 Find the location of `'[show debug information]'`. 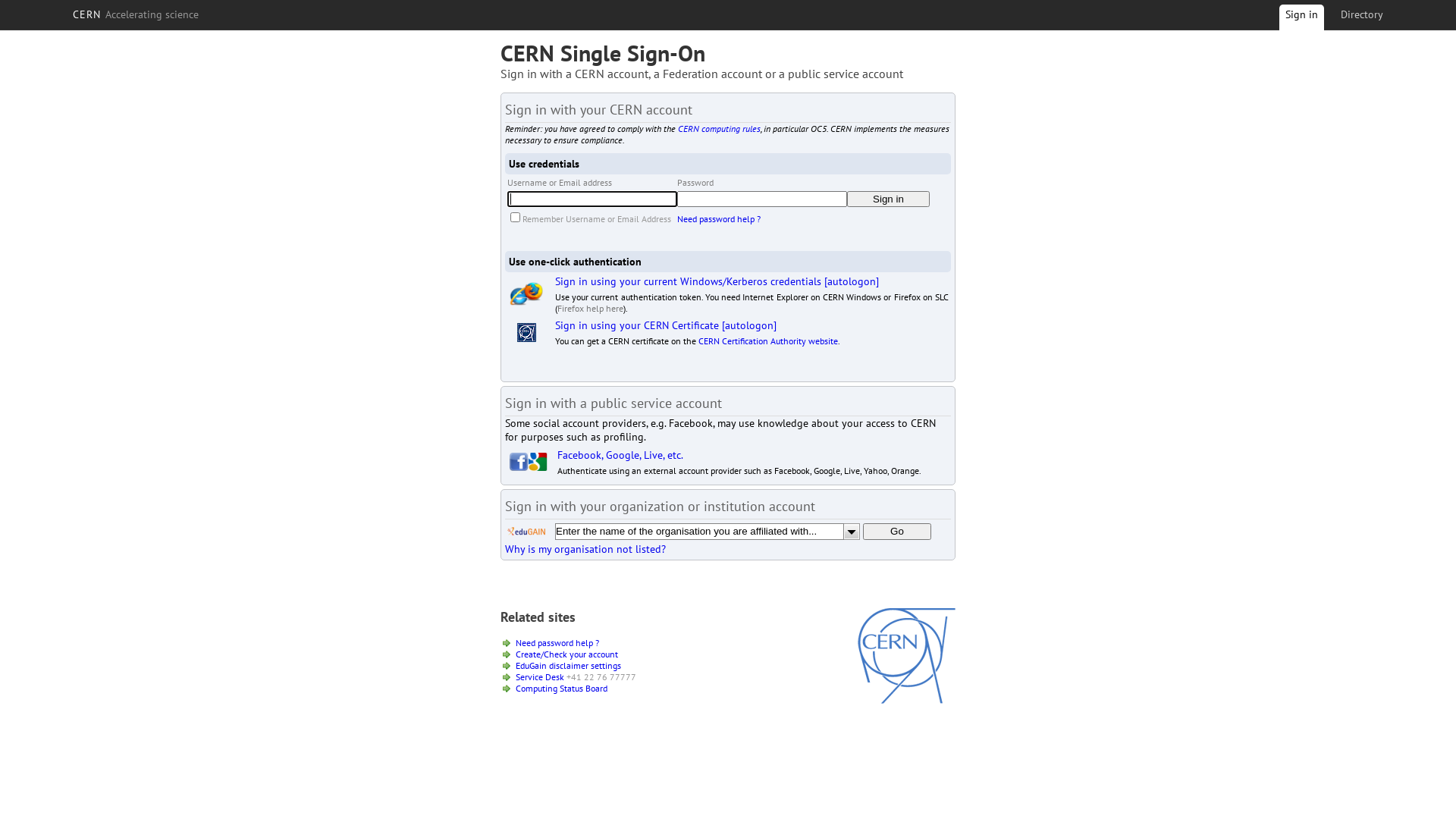

'[show debug information]' is located at coordinates (549, 566).